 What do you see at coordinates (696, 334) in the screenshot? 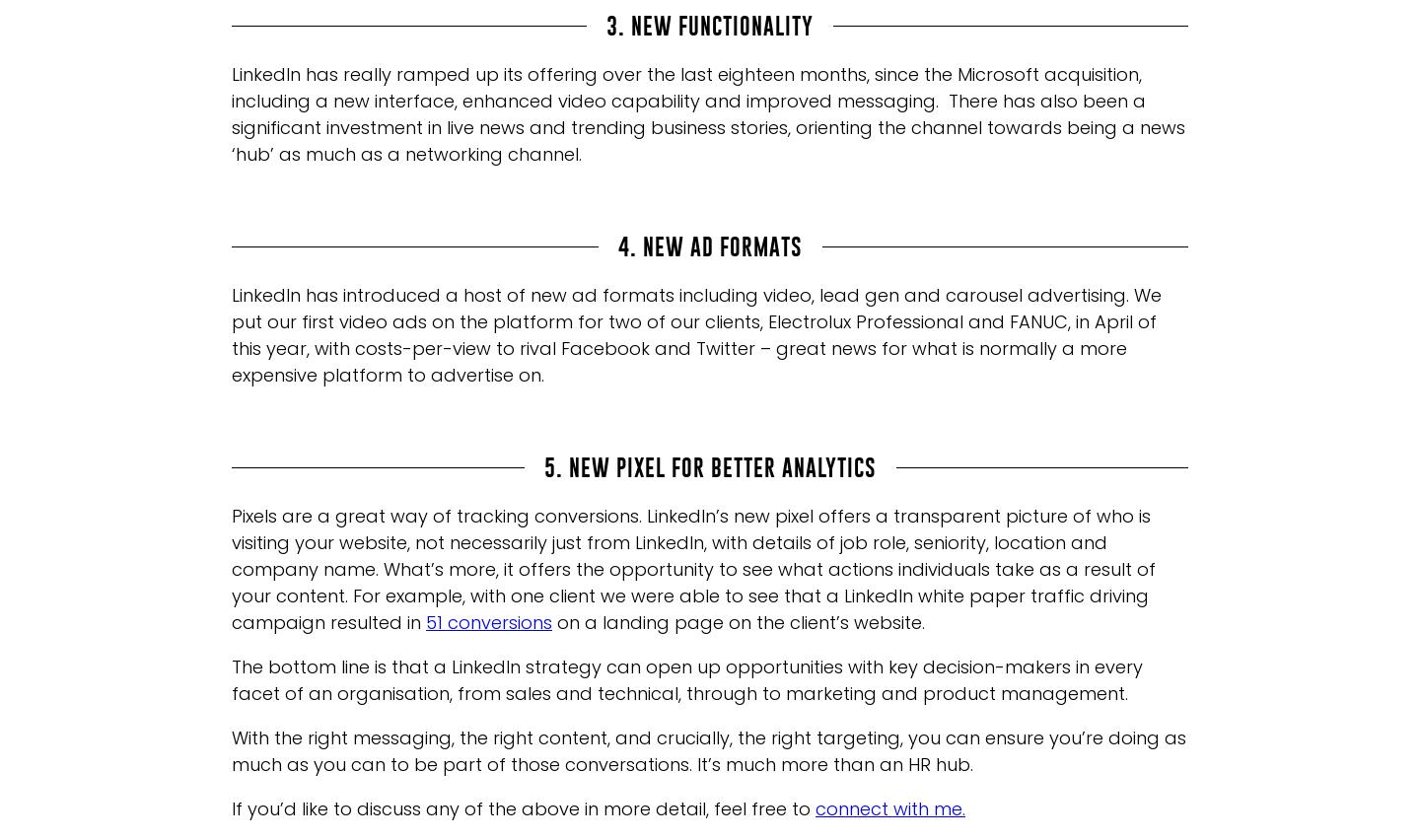
I see `'LinkedIn has introduced a host of new ad formats including video, lead gen and carousel advertising. We put our first video ads on the platform for two of our clients, Electrolux Professional and FANUC, in April of this year, with costs-per-view to rival Facebook and Twitter – great news for what is normally a more expensive platform to advertise on.'` at bounding box center [696, 334].